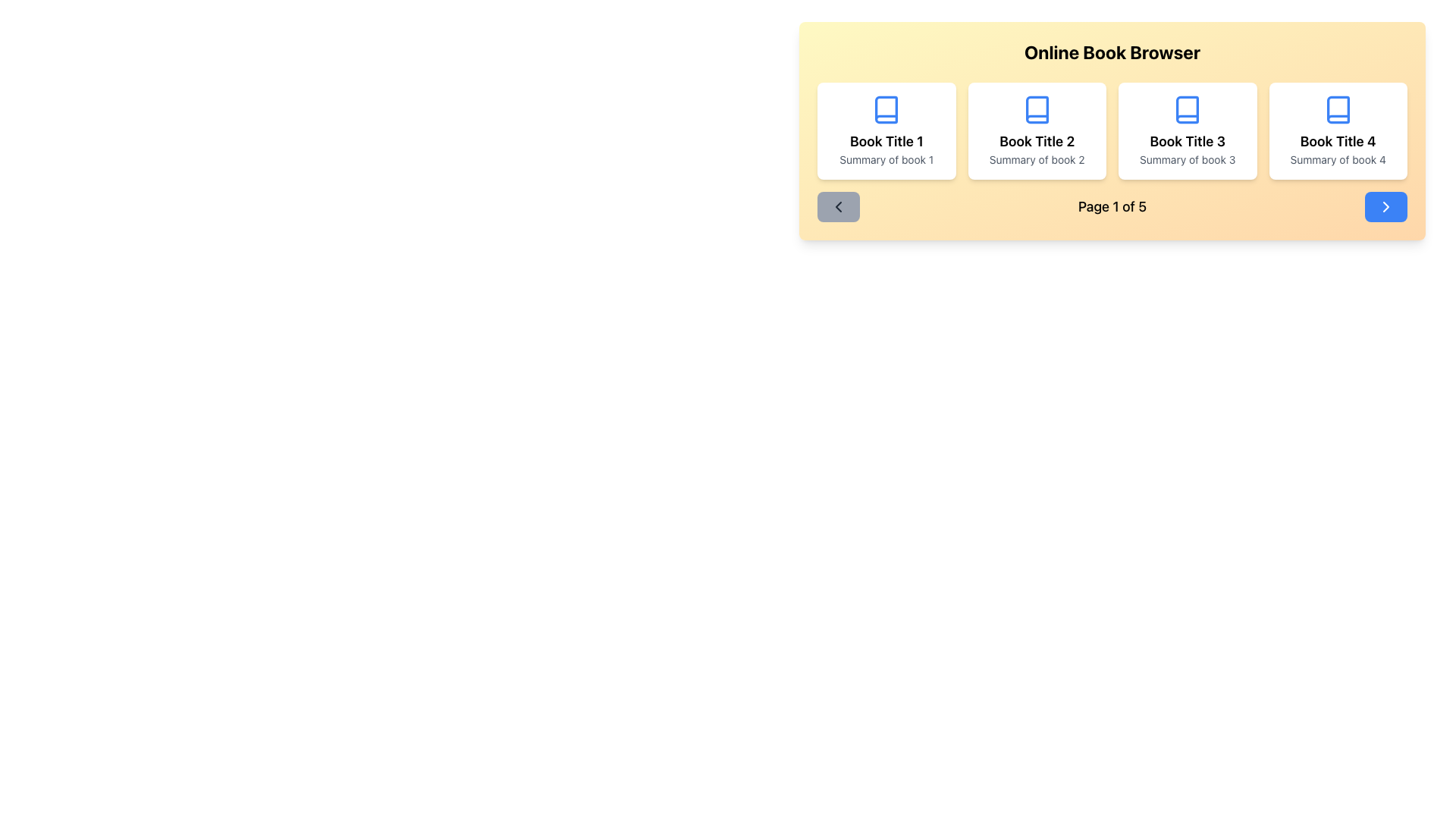 Image resolution: width=1456 pixels, height=819 pixels. What do you see at coordinates (886, 109) in the screenshot?
I see `the book icon representing 'Book Title 1' located in the first card under 'Online Book Browser'` at bounding box center [886, 109].